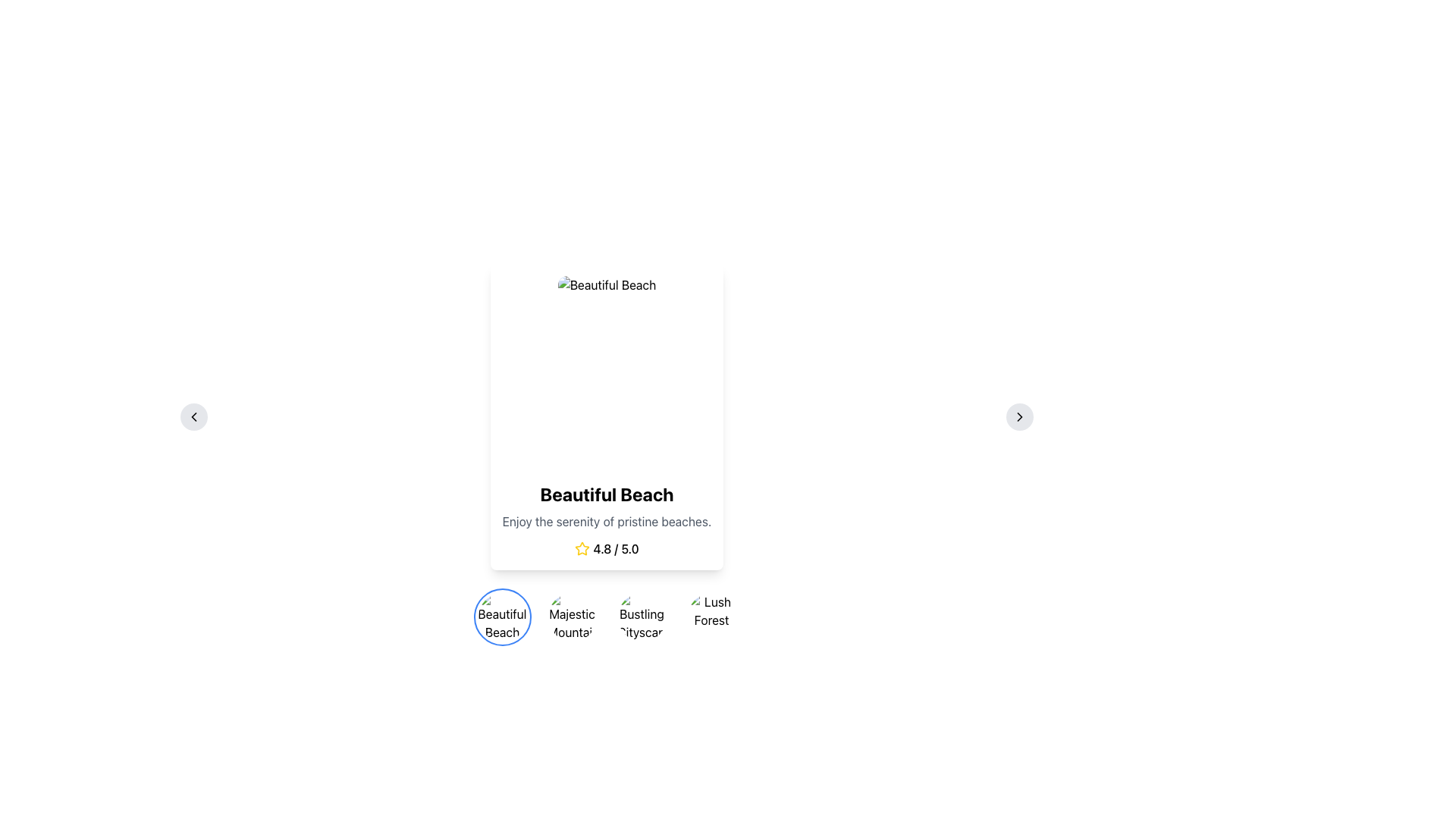  What do you see at coordinates (582, 549) in the screenshot?
I see `the star icon representing a high rating of '4.8 / 5.0' for the item 'Beautiful Beach'` at bounding box center [582, 549].